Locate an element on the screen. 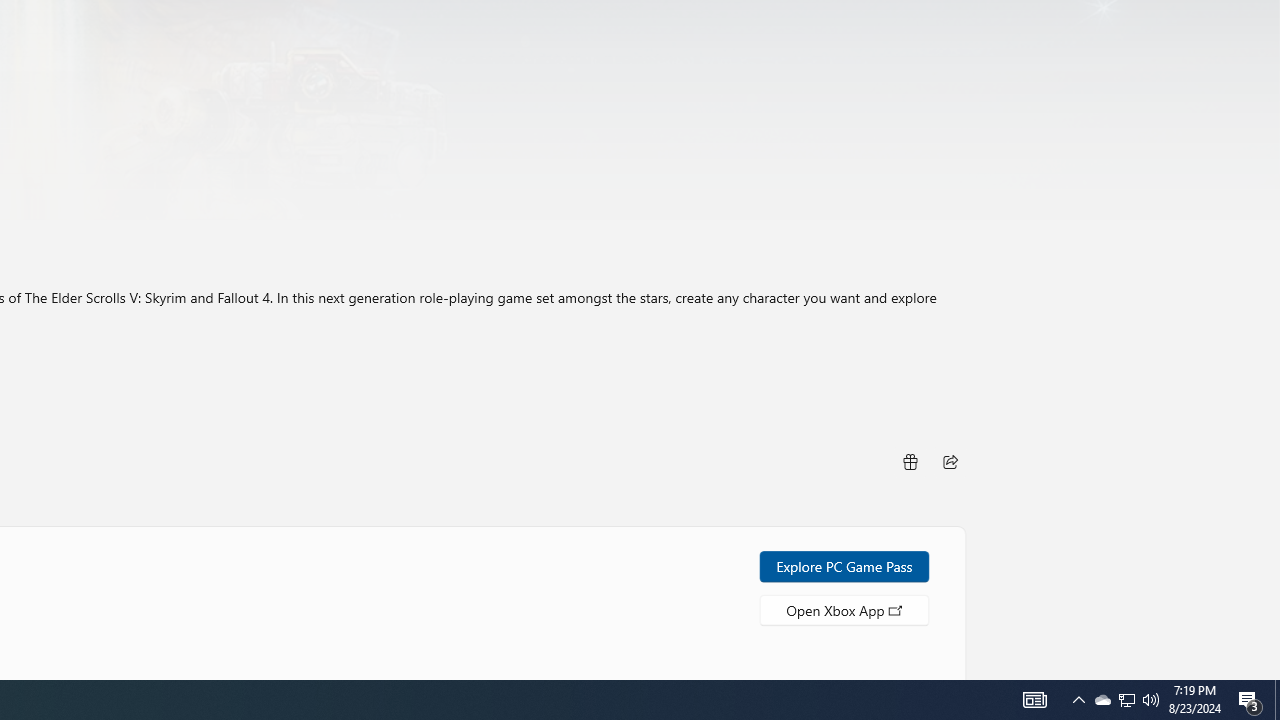  'Share' is located at coordinates (949, 460).